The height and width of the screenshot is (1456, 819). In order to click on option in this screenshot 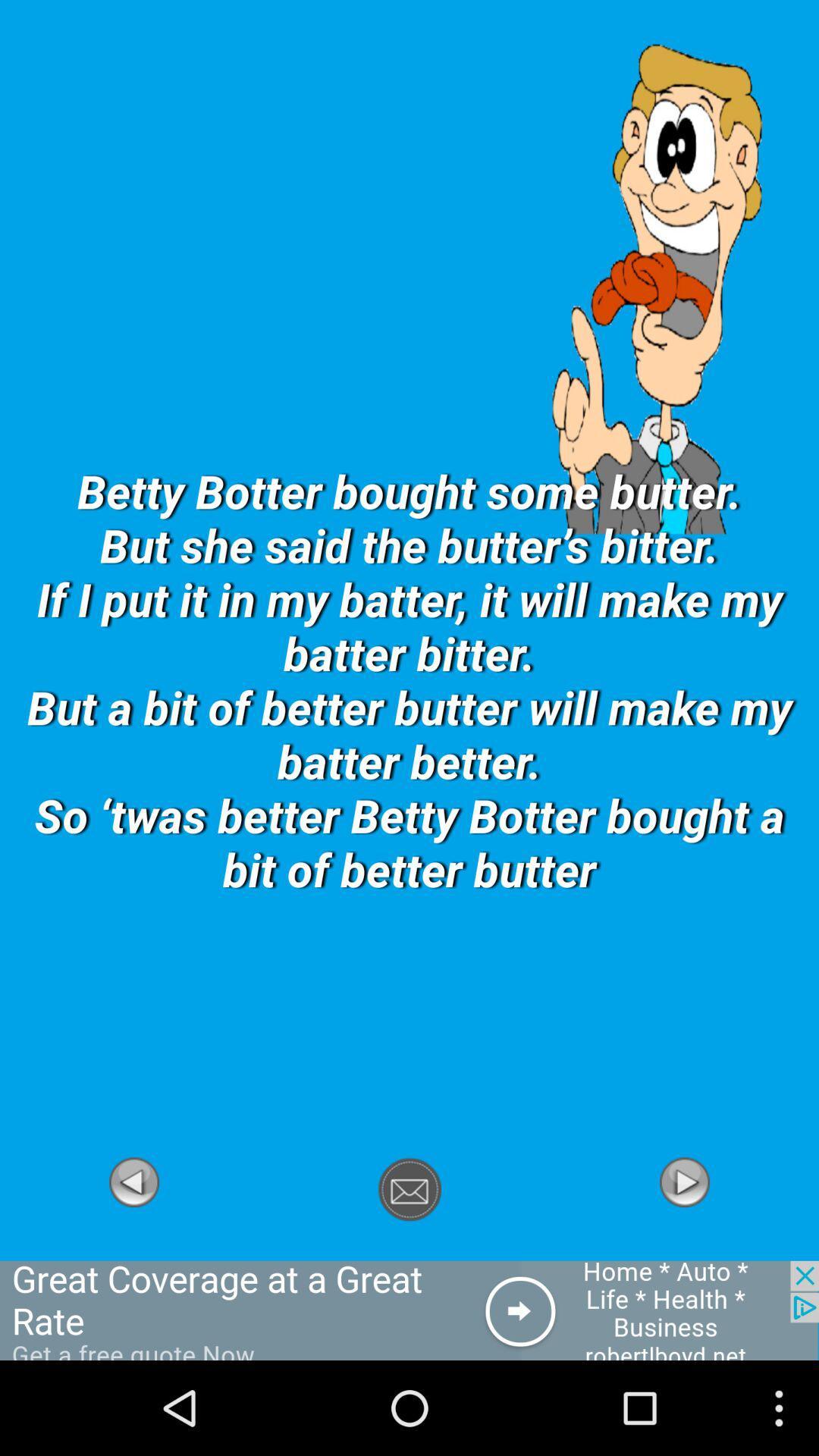, I will do `click(133, 1252)`.